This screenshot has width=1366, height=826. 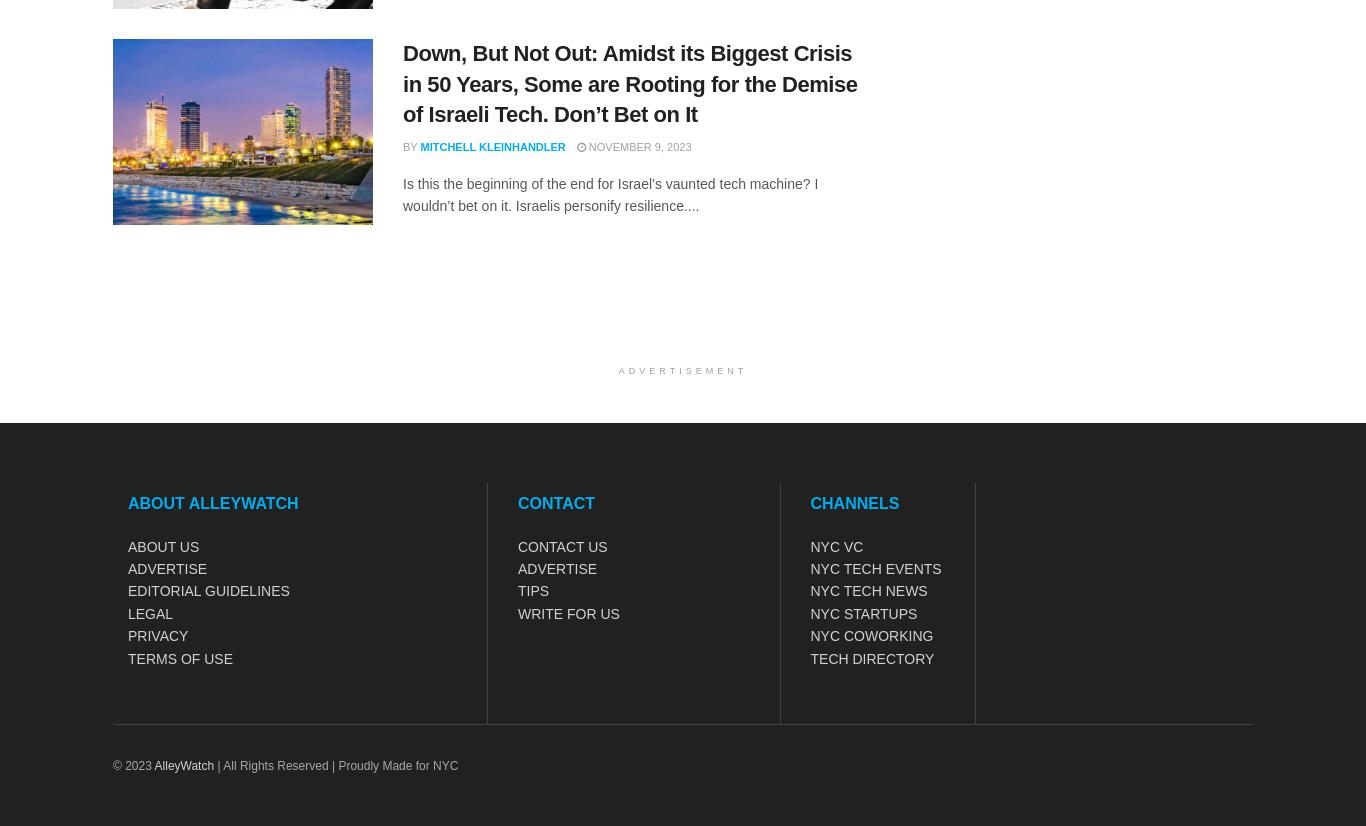 What do you see at coordinates (853, 502) in the screenshot?
I see `'CHANNELS'` at bounding box center [853, 502].